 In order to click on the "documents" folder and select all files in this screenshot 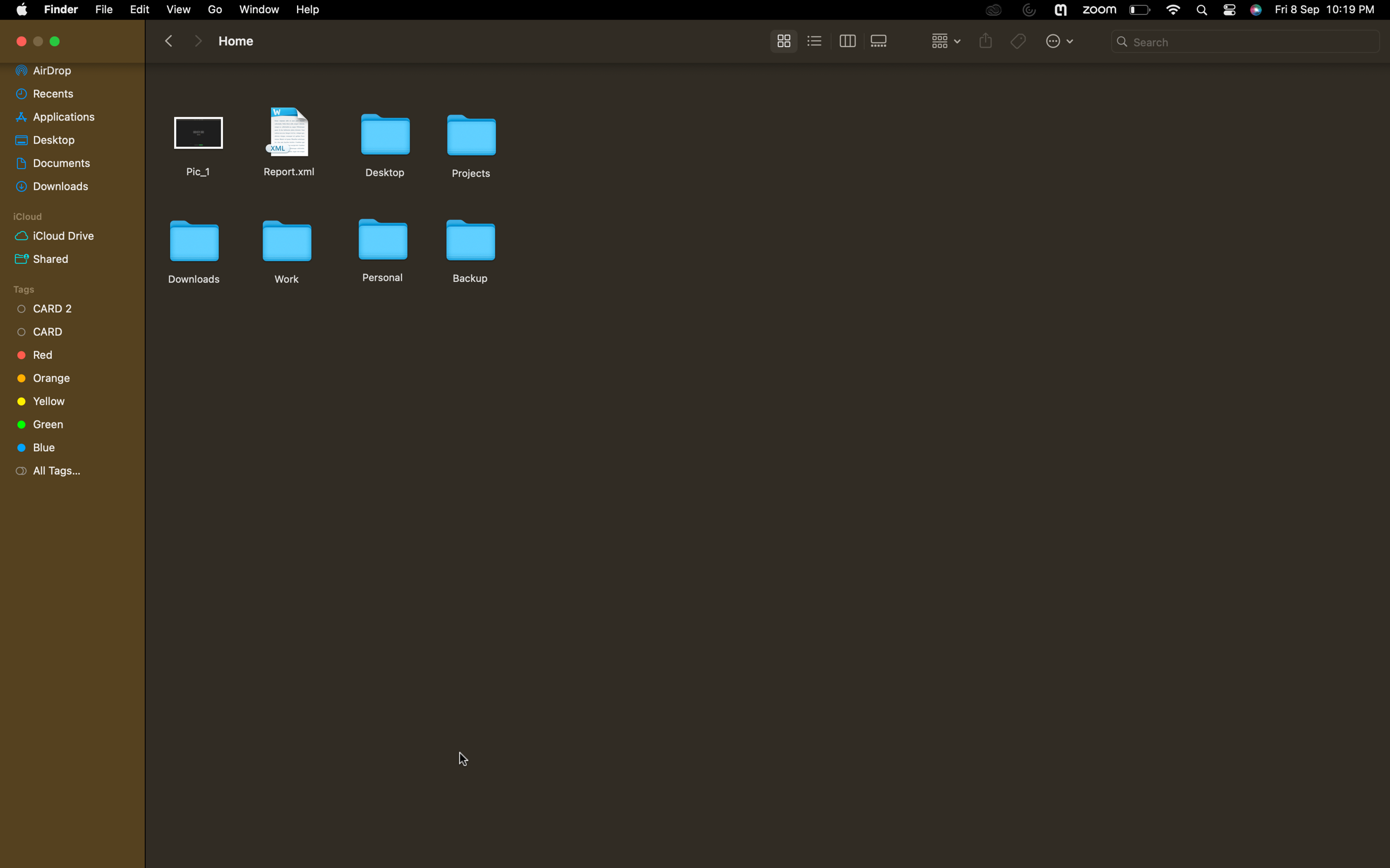, I will do `click(68, 160)`.